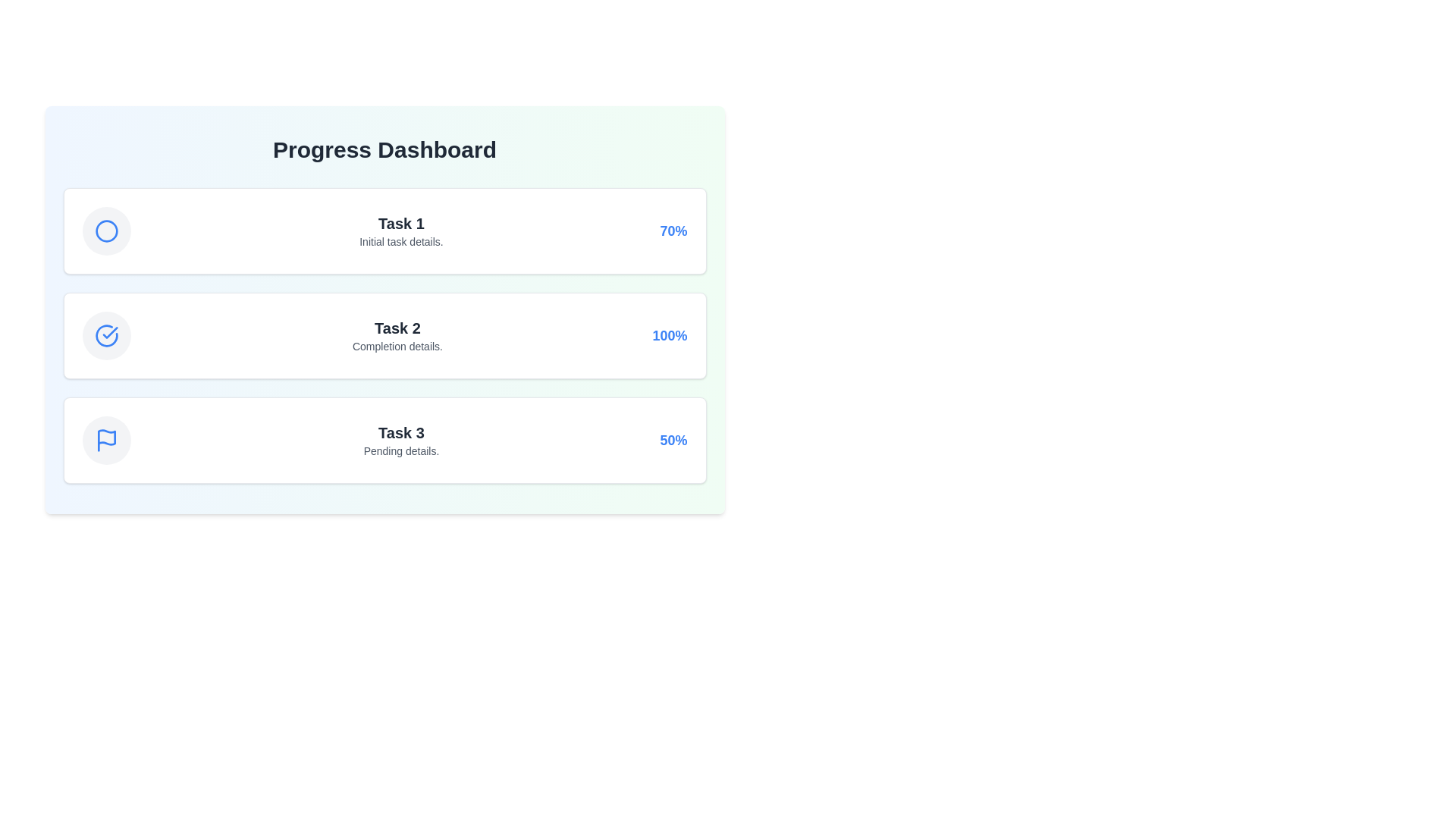  What do you see at coordinates (673, 441) in the screenshot?
I see `the static text displaying '50%' in bold, blue font style, located at the right end of the third row in the list of task items, distinctively separated from 'Task 3' and 'Pending details.'` at bounding box center [673, 441].